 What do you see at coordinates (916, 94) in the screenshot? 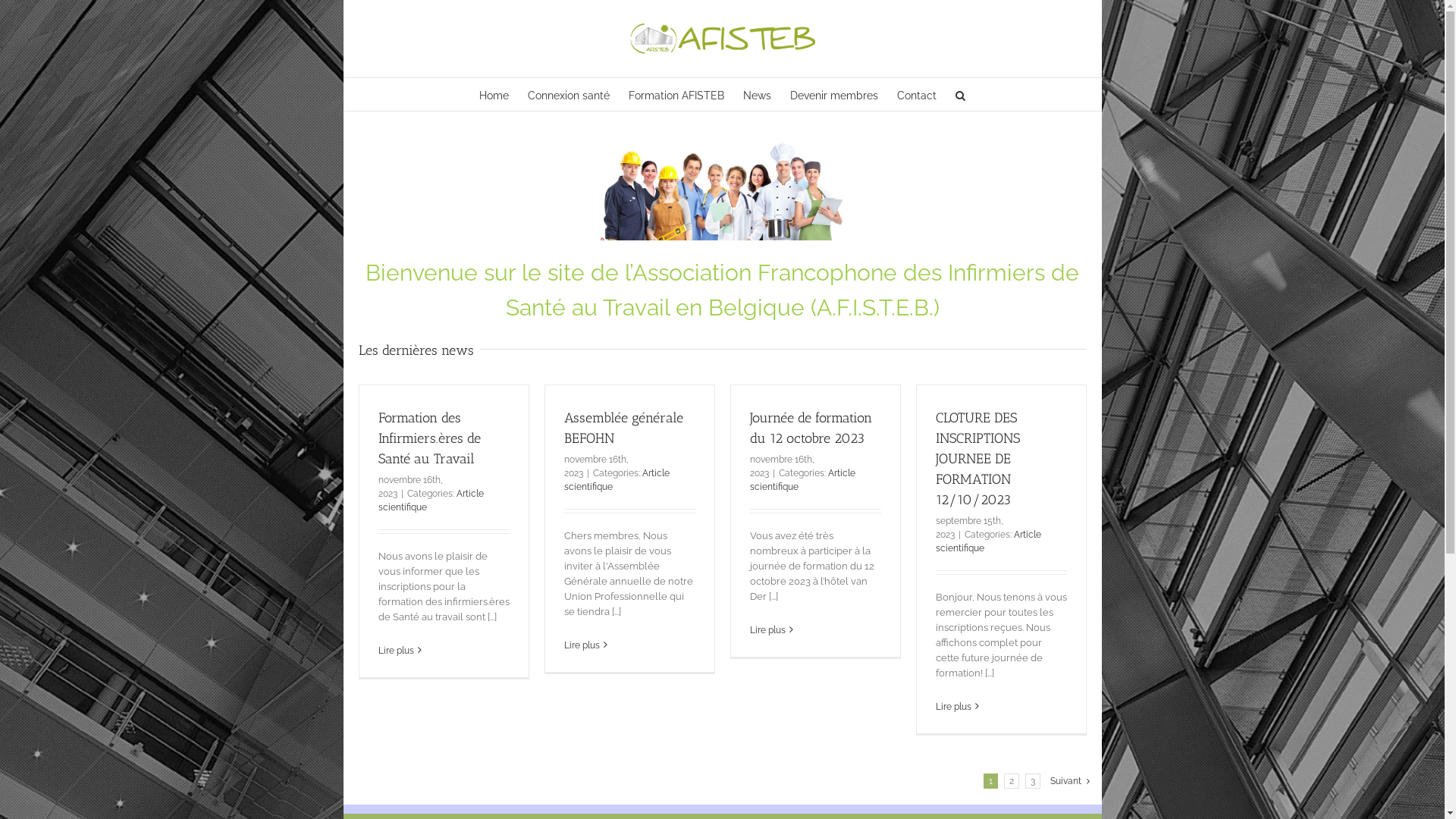
I see `'Contact'` at bounding box center [916, 94].